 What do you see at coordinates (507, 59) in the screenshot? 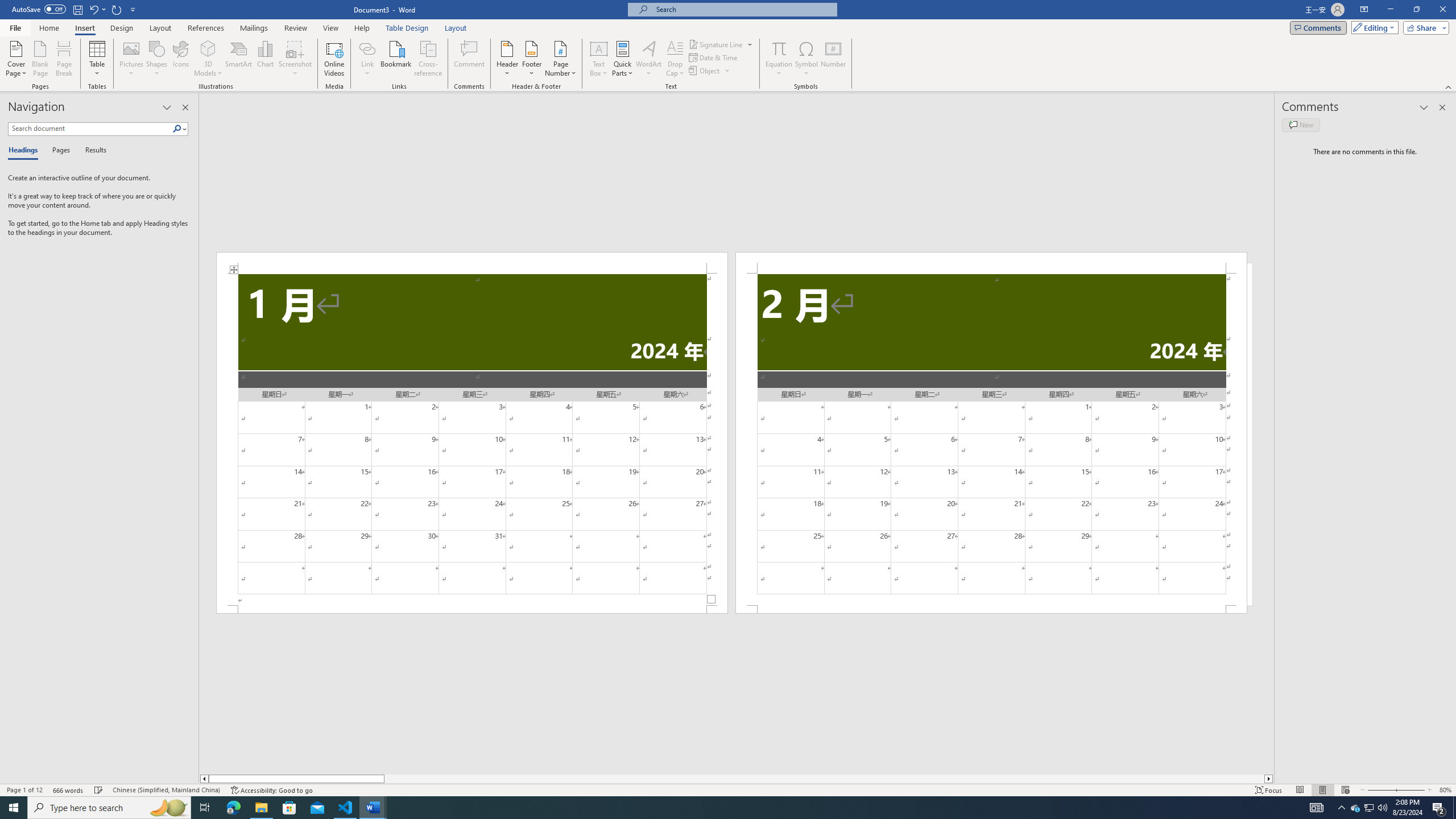
I see `'Header'` at bounding box center [507, 59].